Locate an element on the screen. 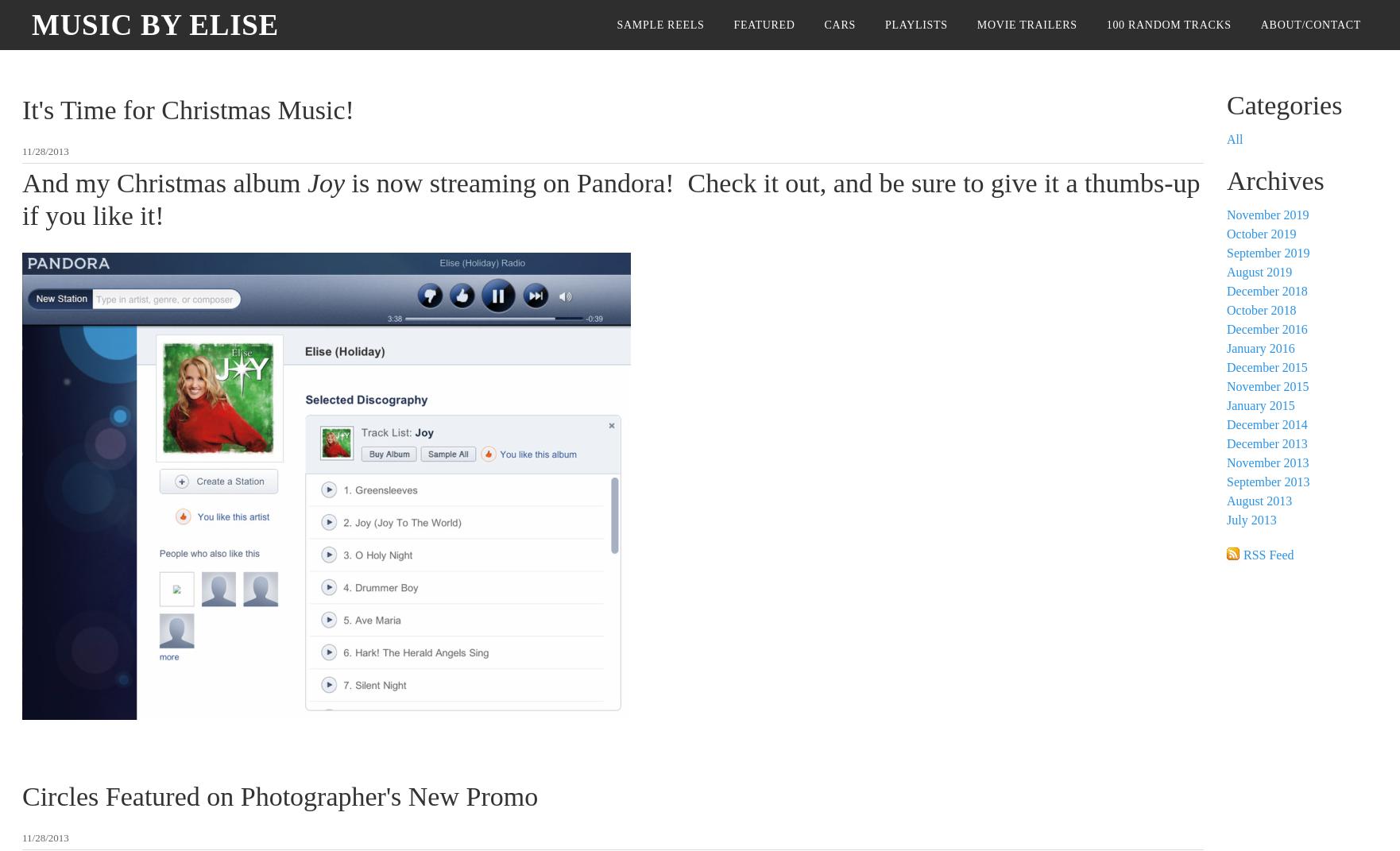 Image resolution: width=1400 pixels, height=851 pixels. 'Circles Featured on Photographer's New Promo' is located at coordinates (280, 795).